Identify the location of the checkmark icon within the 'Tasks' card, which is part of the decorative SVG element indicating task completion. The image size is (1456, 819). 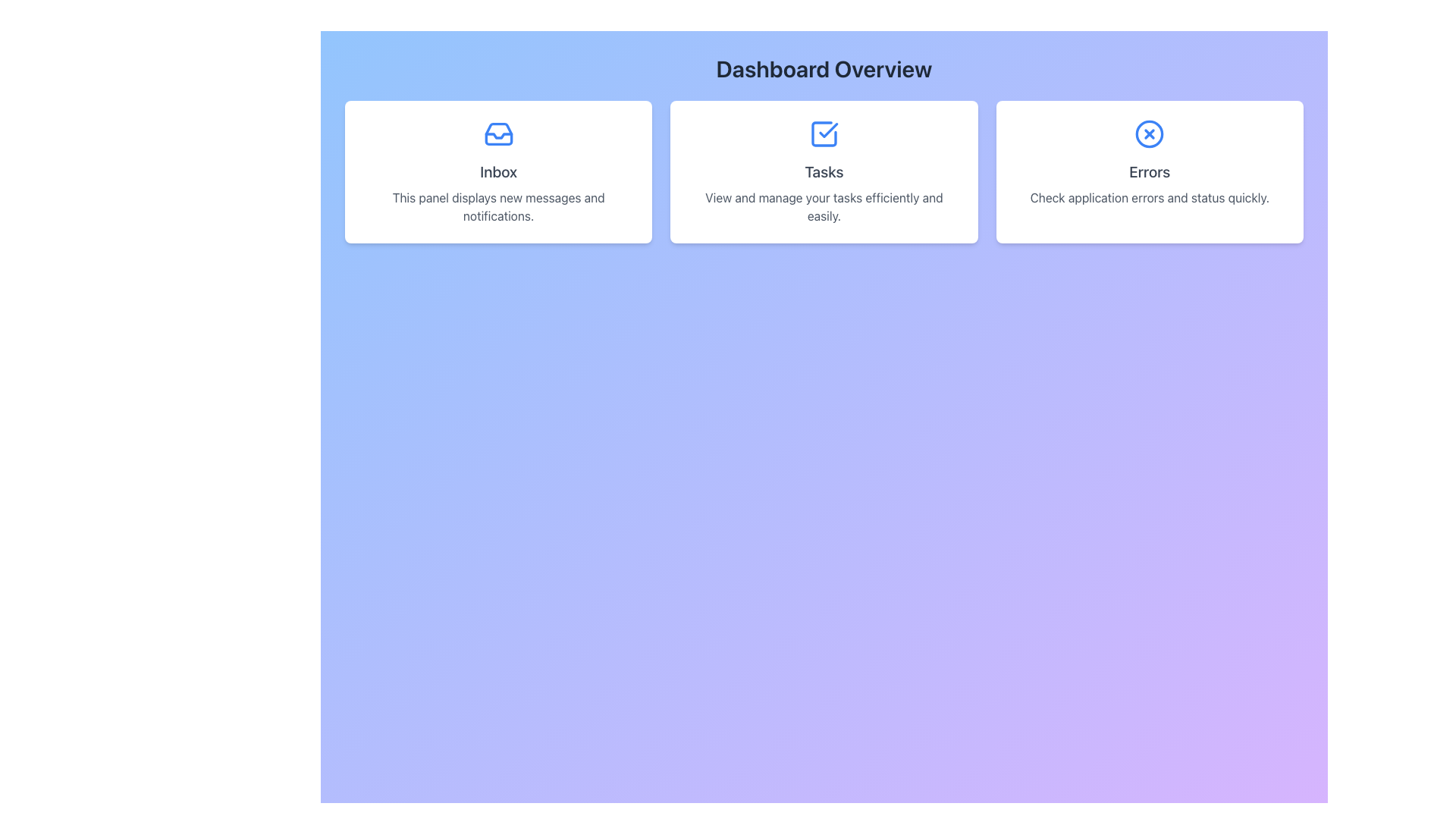
(827, 130).